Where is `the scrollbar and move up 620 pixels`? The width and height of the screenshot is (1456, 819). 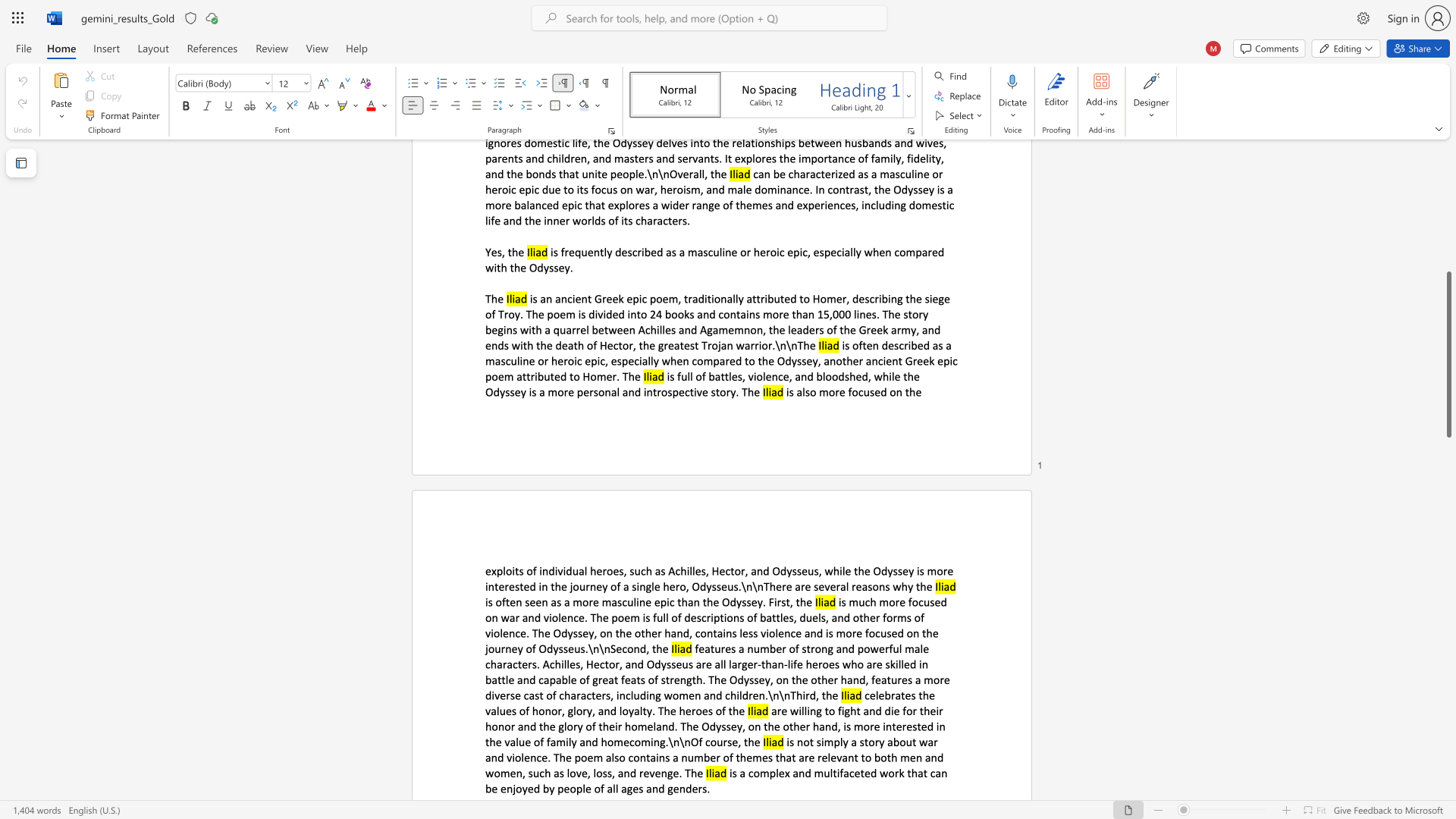 the scrollbar and move up 620 pixels is located at coordinates (1448, 354).